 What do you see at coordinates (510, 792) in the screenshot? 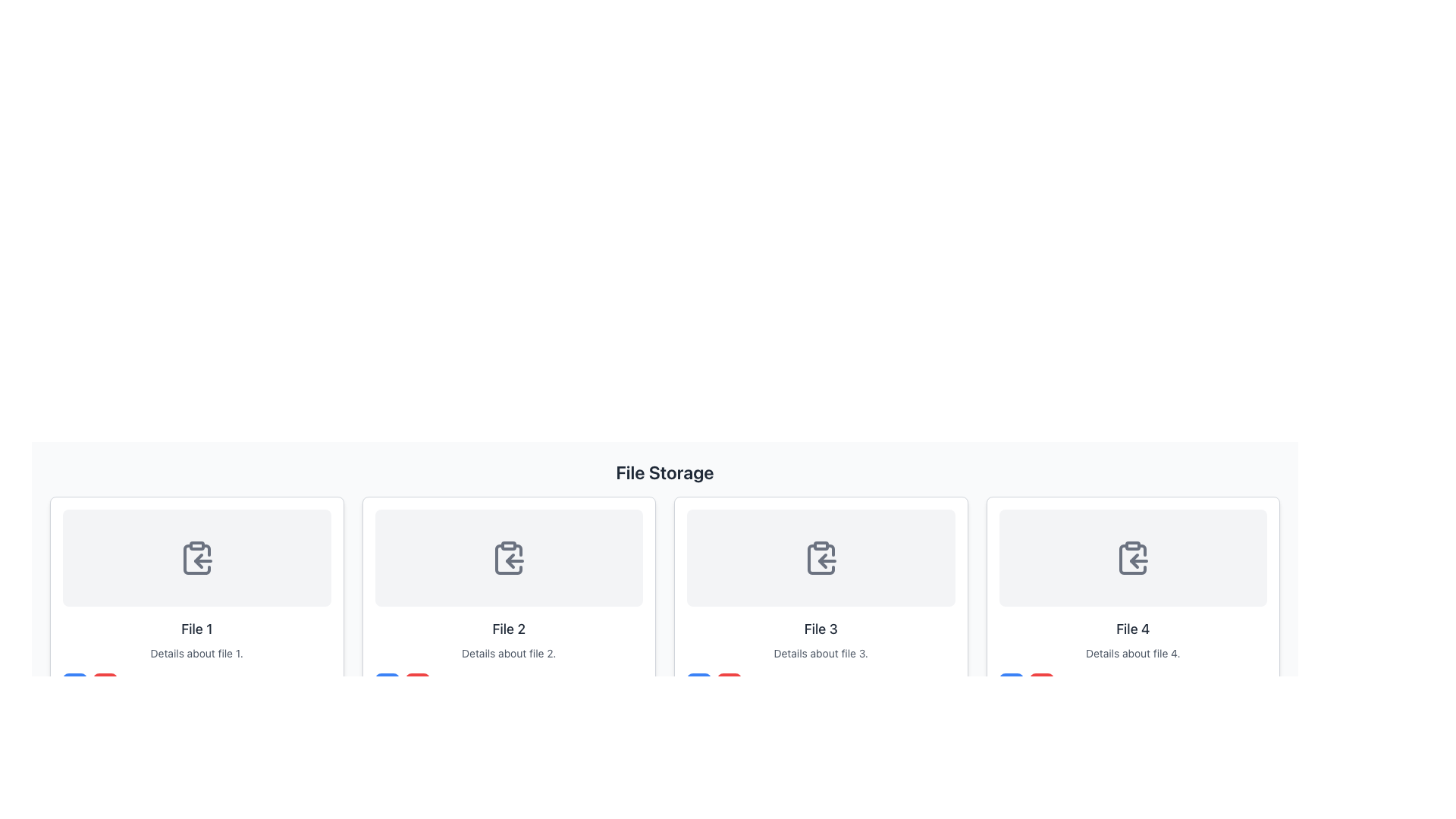
I see `the visual representation of the Graphic Icon associated with clipboard actions, located below the main clipboard body within the 'File 2' grid item` at bounding box center [510, 792].